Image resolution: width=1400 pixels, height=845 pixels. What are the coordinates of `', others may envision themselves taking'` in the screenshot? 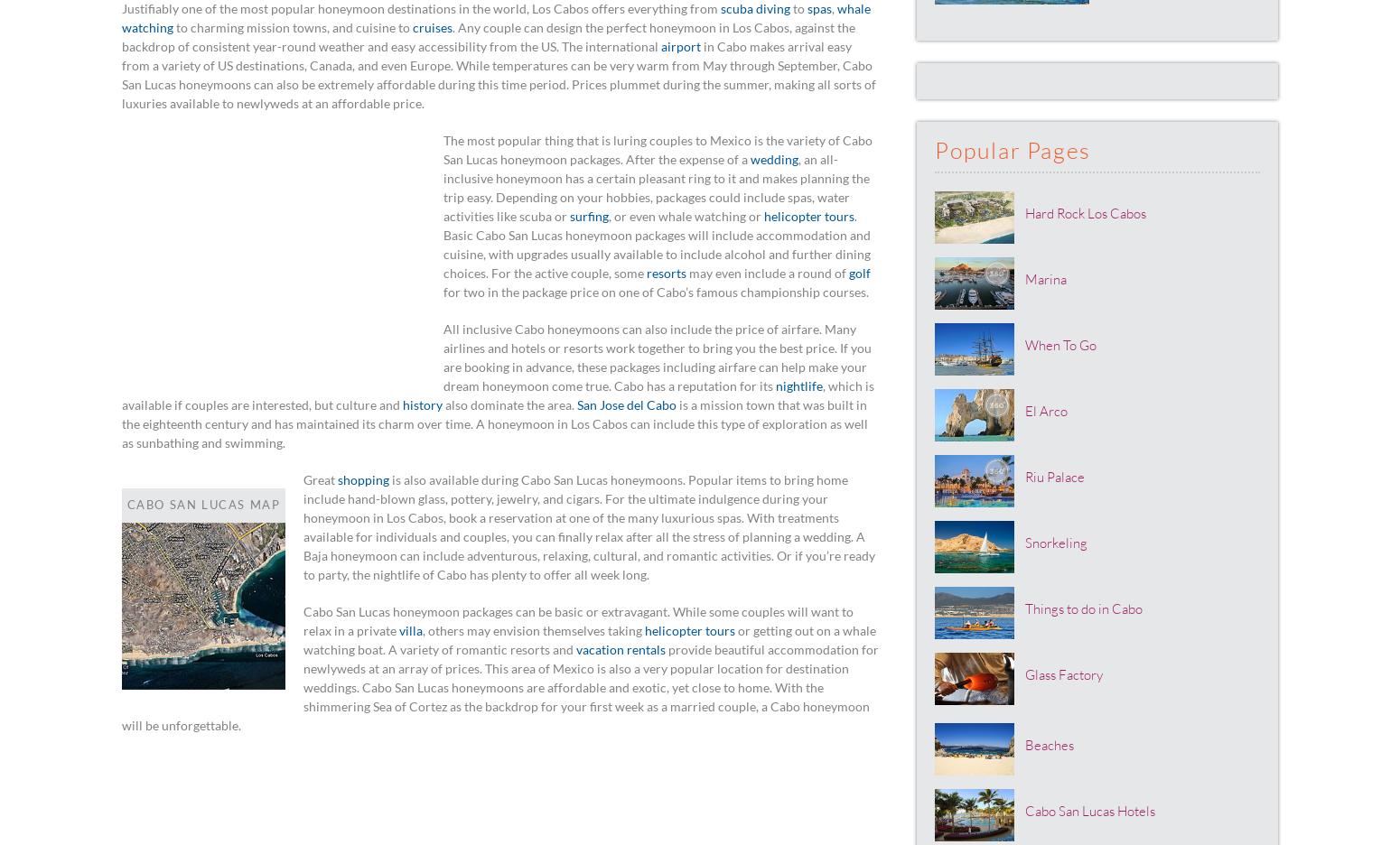 It's located at (534, 630).